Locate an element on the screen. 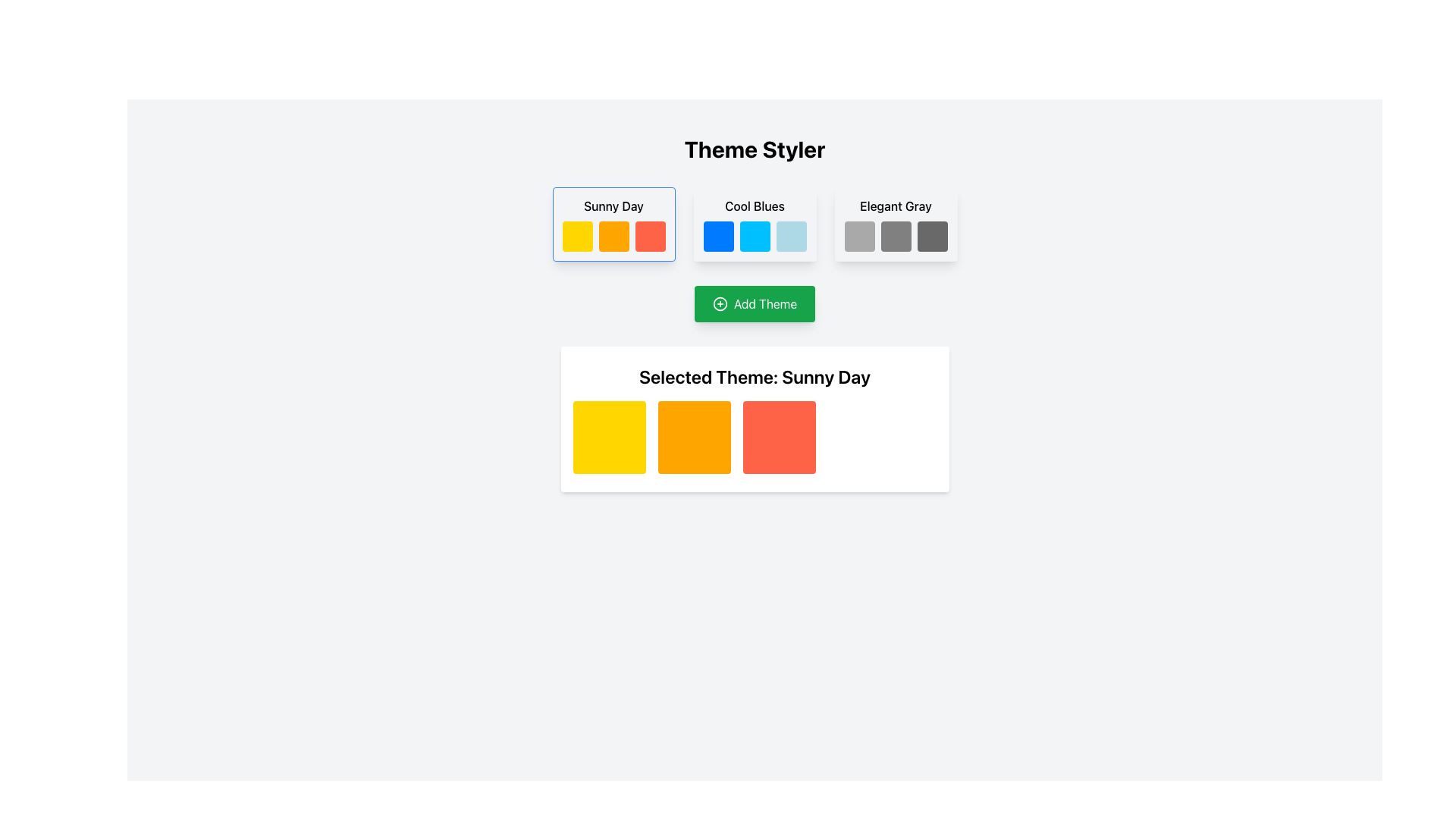  the third square of the 'Sunny Day' theme color palette, which visually represents the third color in the arrangement of three squares is located at coordinates (650, 237).